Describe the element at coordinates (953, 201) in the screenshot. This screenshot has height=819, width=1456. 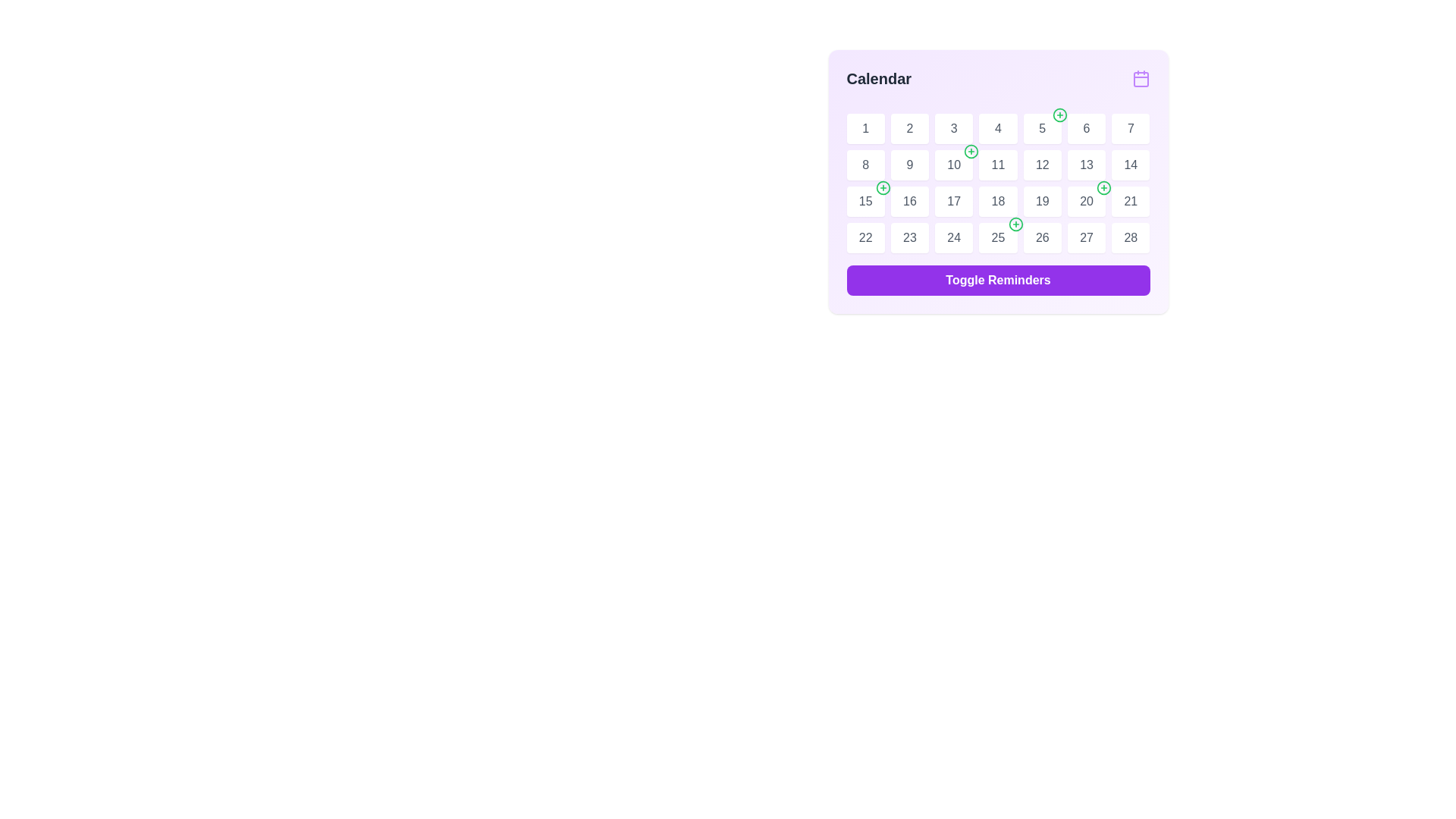
I see `the Calendar grid day cell element displaying '17'` at that location.